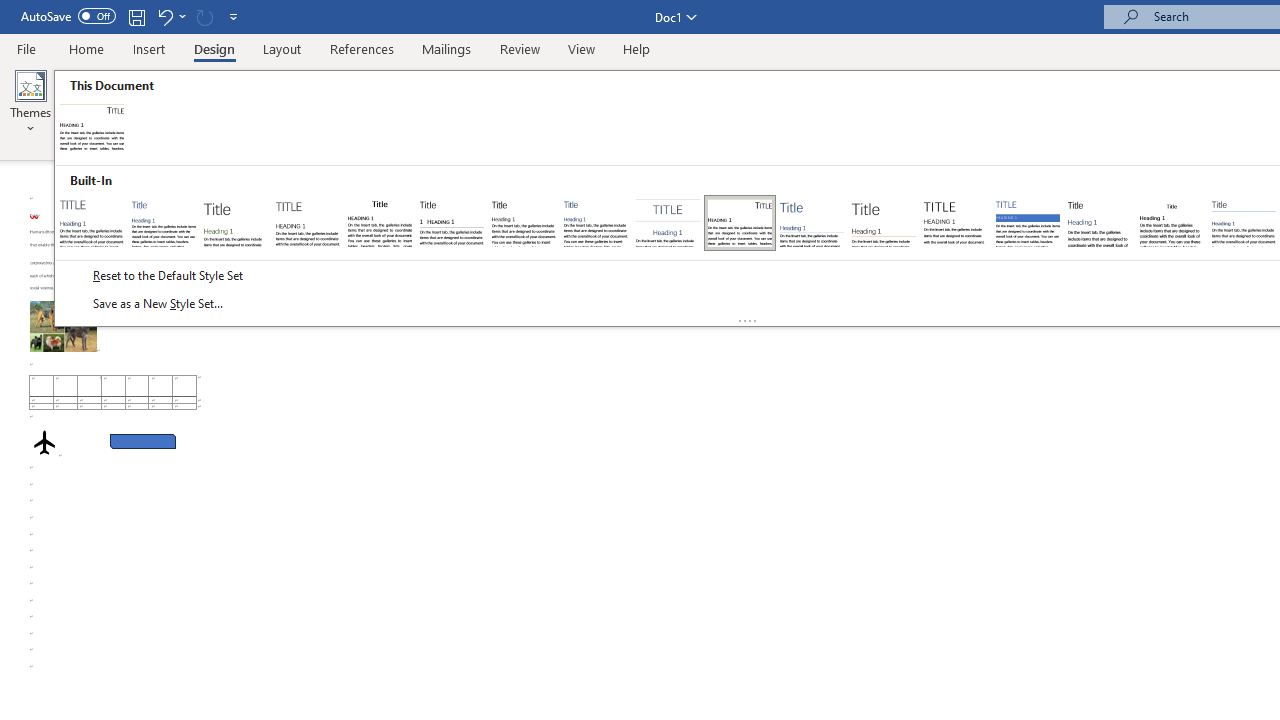 This screenshot has width=1280, height=720. Describe the element at coordinates (170, 16) in the screenshot. I see `'Undo Apply Quick Style Set'` at that location.